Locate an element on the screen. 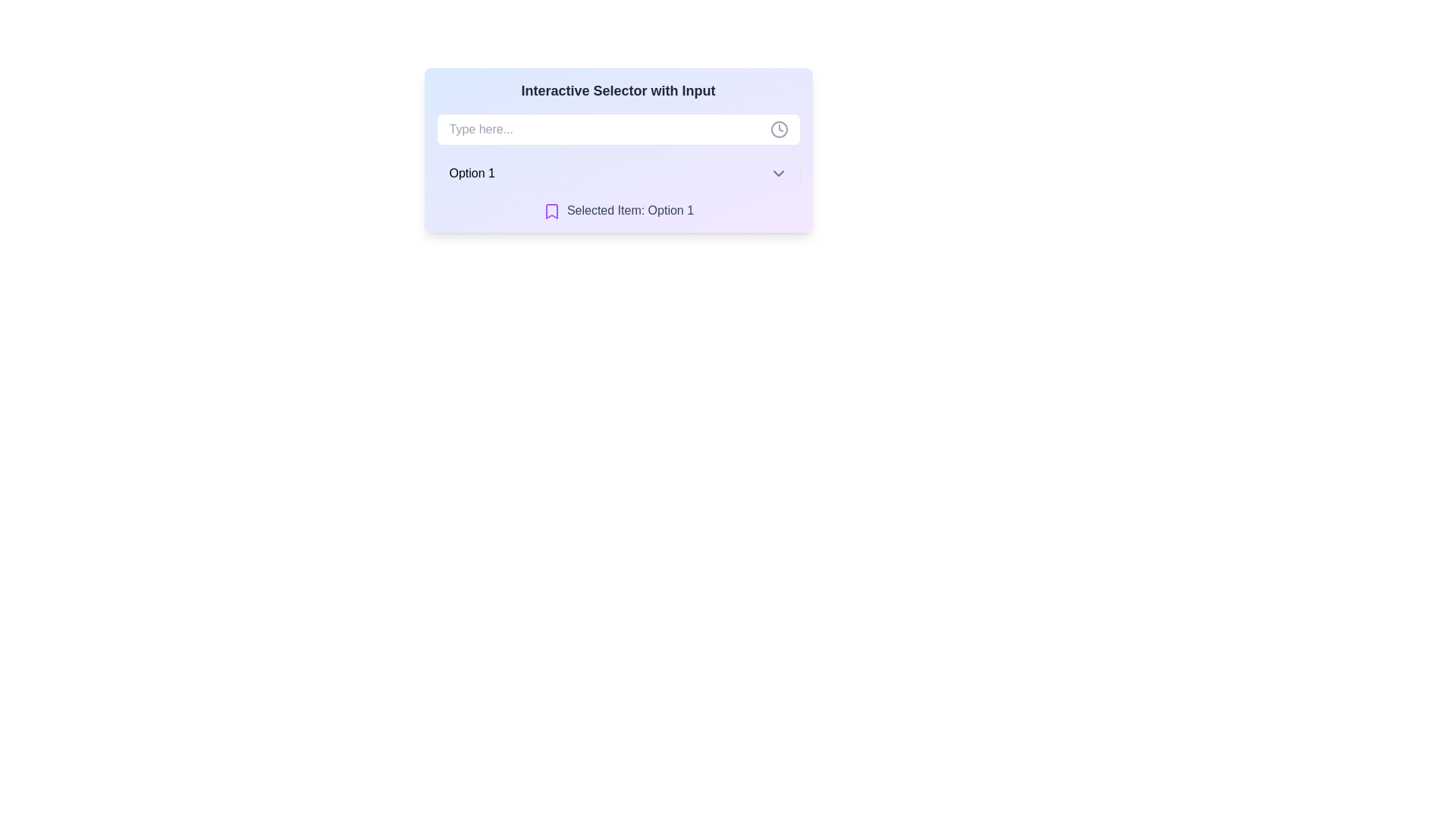 This screenshot has height=819, width=1456. the chevron down icon located on the right side of the dropdown field labeled 'Option 1' is located at coordinates (778, 172).